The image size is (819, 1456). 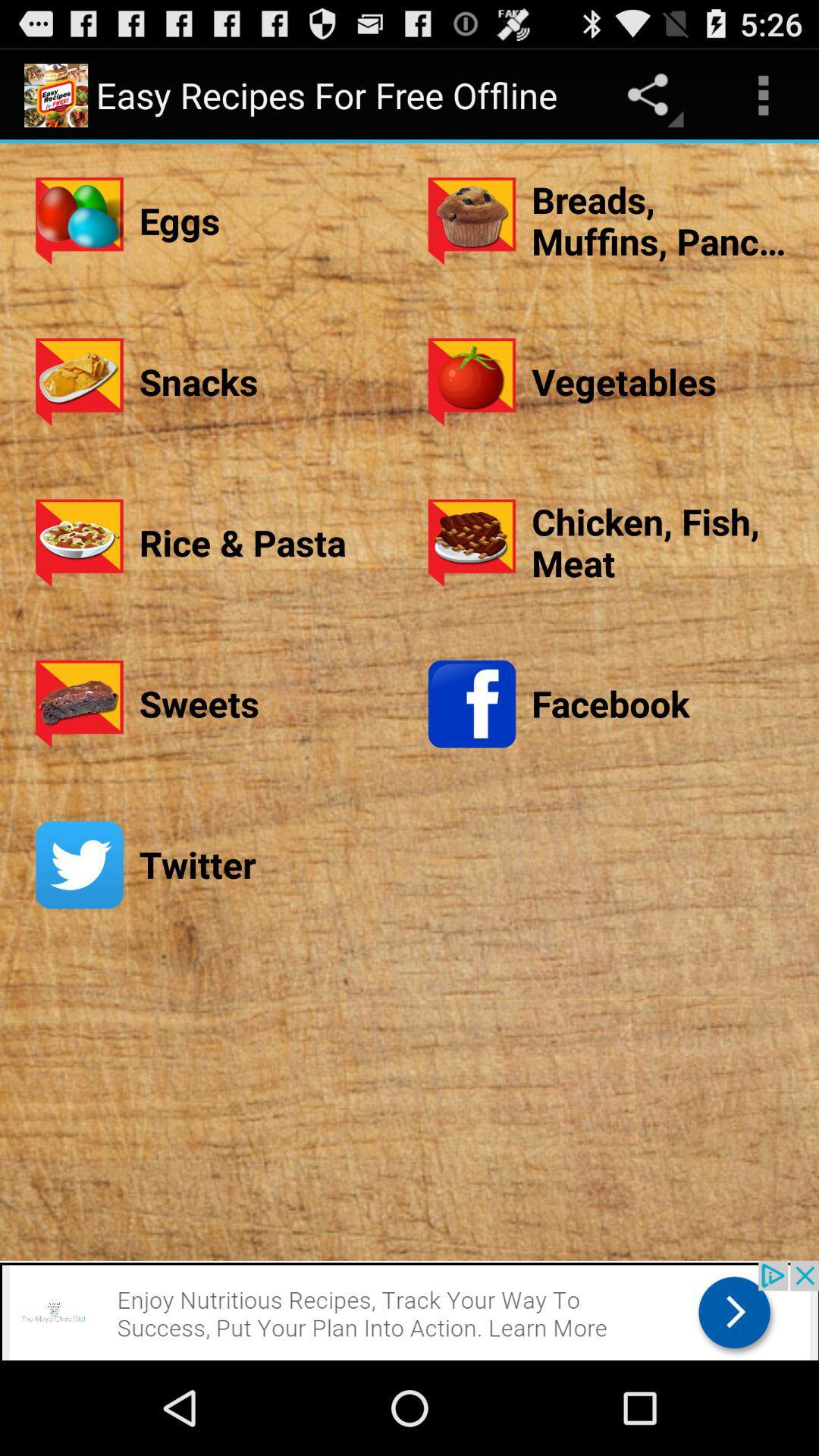 I want to click on advertisement, so click(x=409, y=1310).